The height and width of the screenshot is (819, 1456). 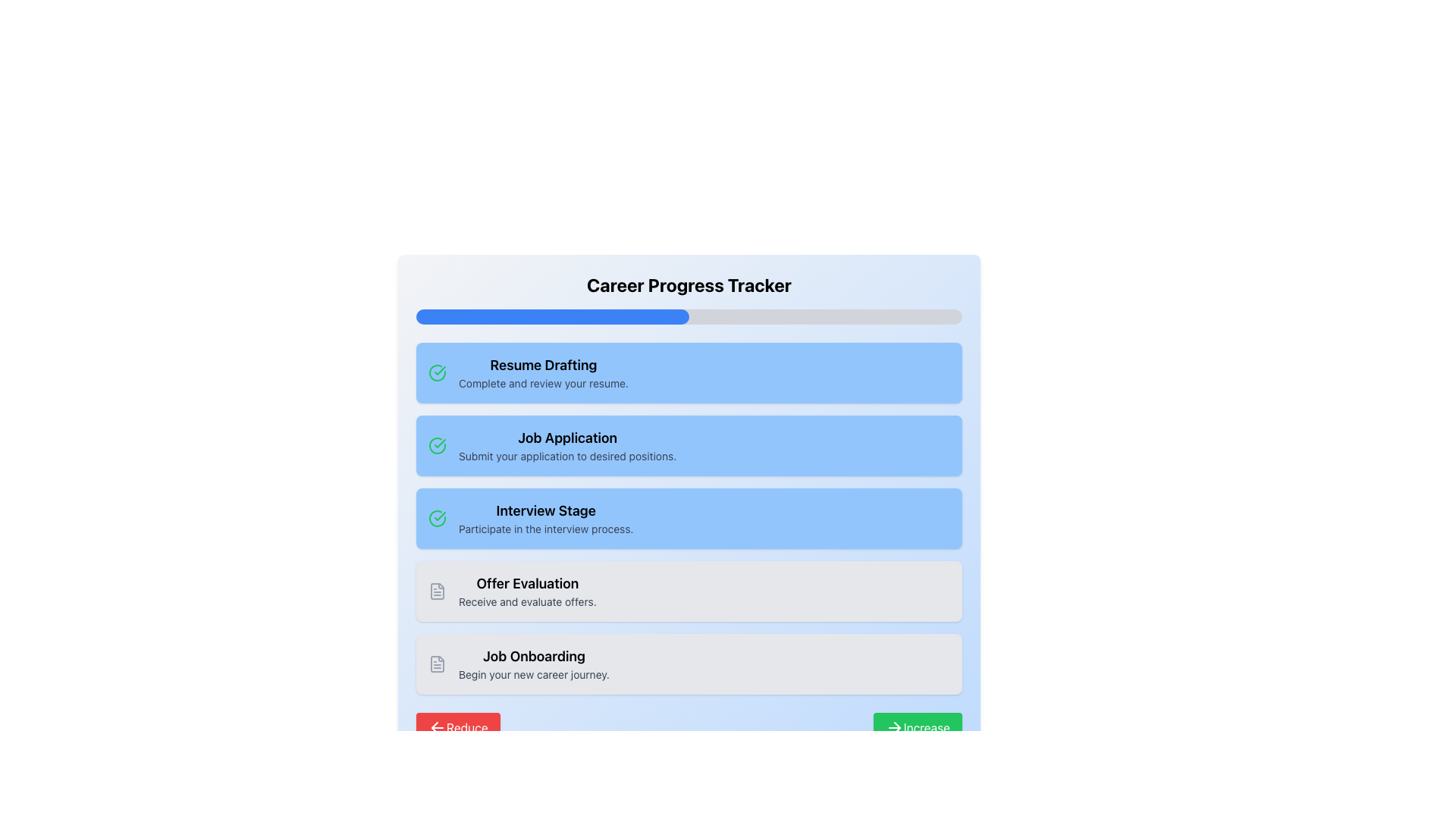 I want to click on descriptive text content 'Begin your new career journey.' located below the title 'Job Onboarding' in the vertical progress tracker interface, so click(x=534, y=674).